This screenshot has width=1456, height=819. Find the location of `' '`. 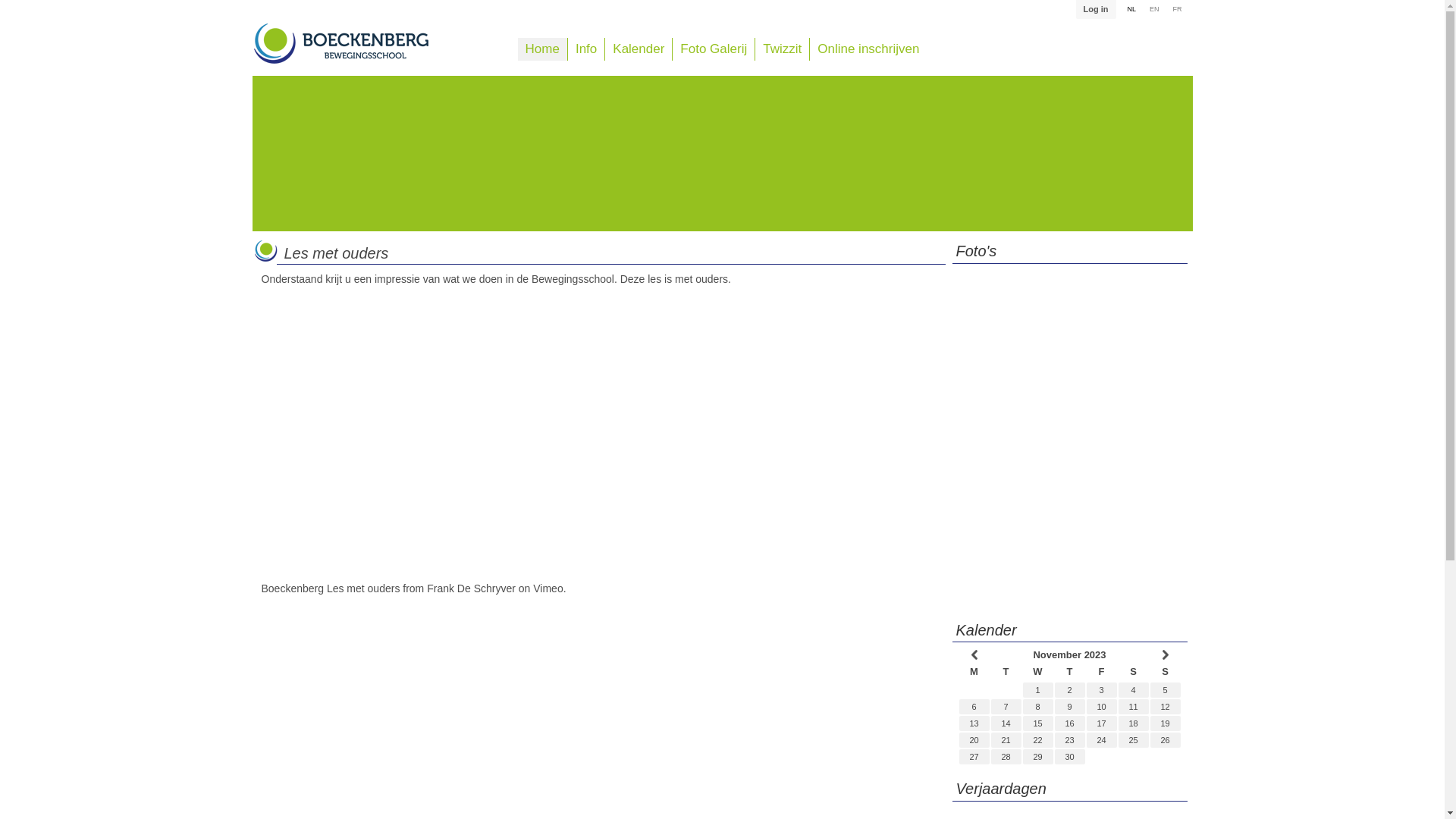

' ' is located at coordinates (973, 654).